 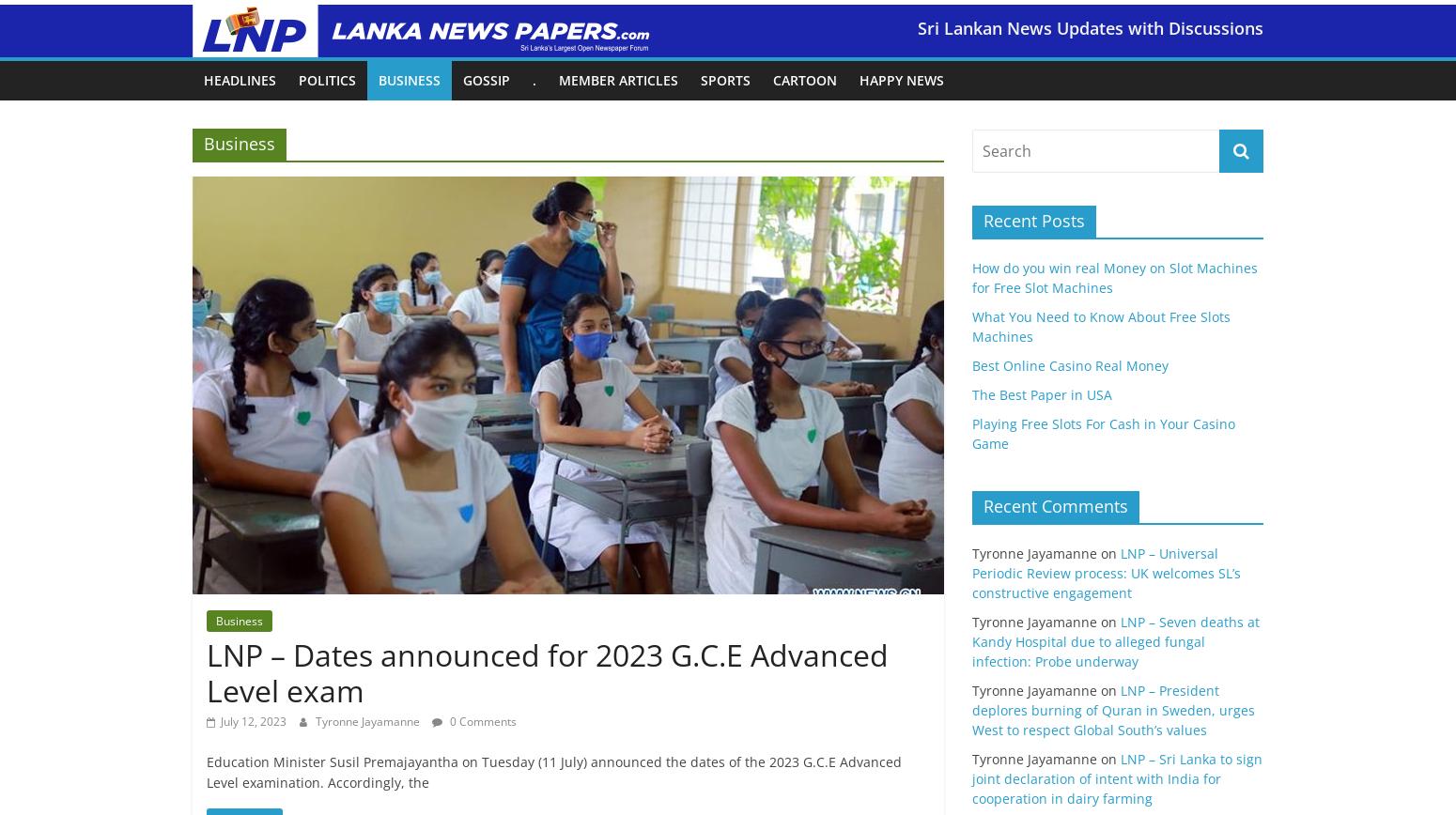 I want to click on 'Recent Posts', so click(x=1032, y=220).